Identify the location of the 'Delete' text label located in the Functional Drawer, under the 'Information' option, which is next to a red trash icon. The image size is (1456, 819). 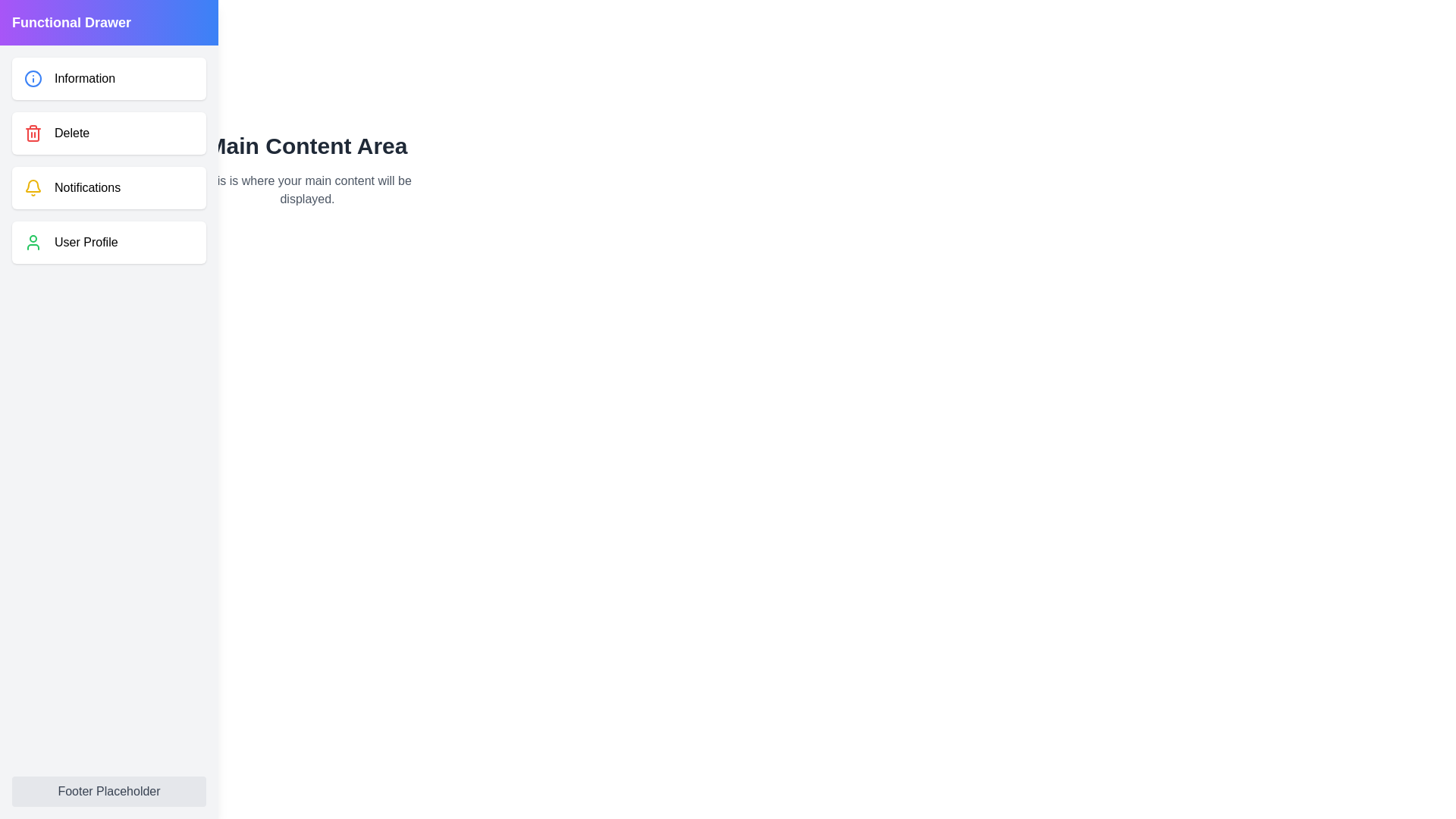
(71, 133).